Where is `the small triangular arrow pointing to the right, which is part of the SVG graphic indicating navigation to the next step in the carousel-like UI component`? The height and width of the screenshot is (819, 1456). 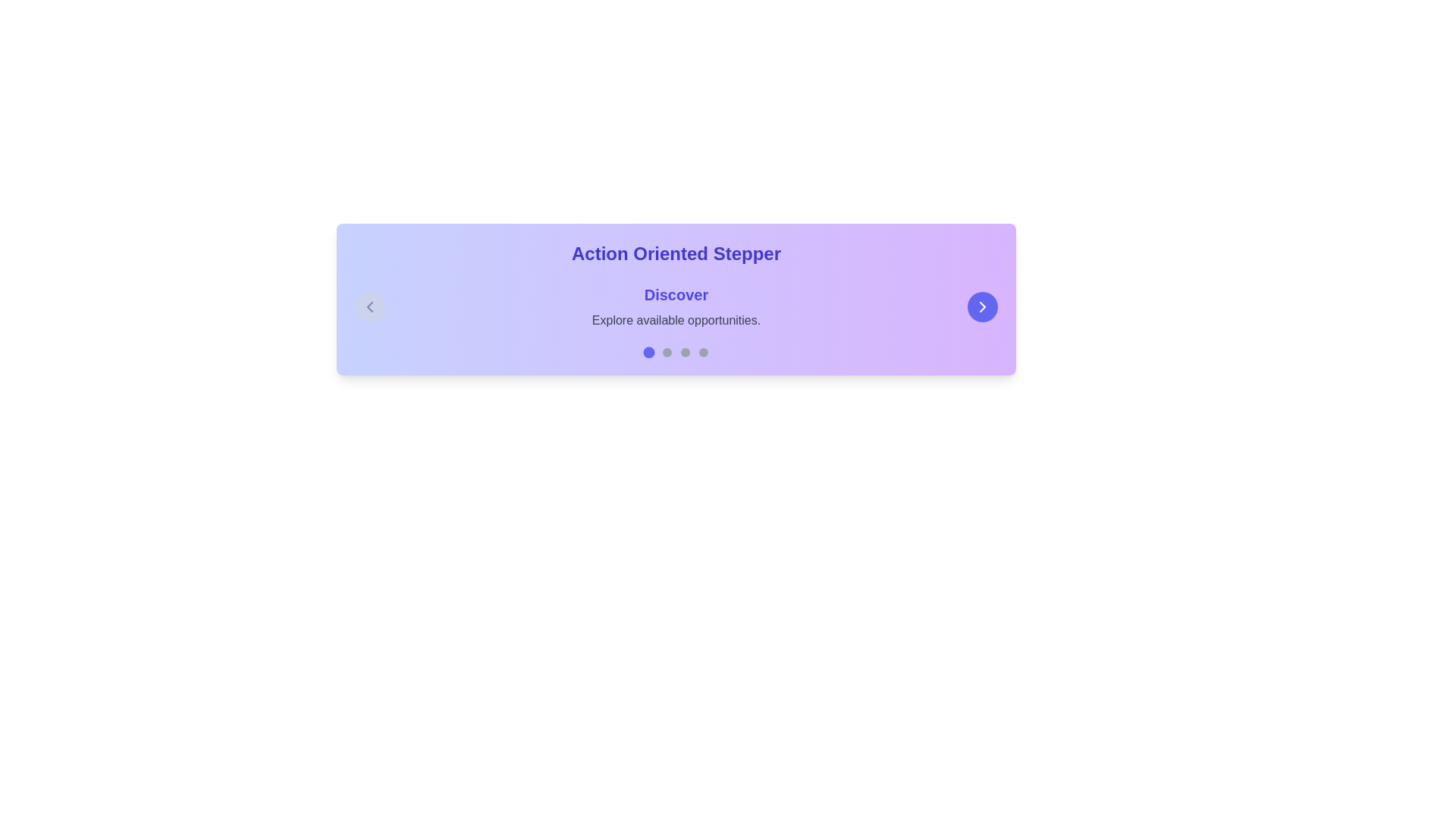
the small triangular arrow pointing to the right, which is part of the SVG graphic indicating navigation to the next step in the carousel-like UI component is located at coordinates (983, 307).